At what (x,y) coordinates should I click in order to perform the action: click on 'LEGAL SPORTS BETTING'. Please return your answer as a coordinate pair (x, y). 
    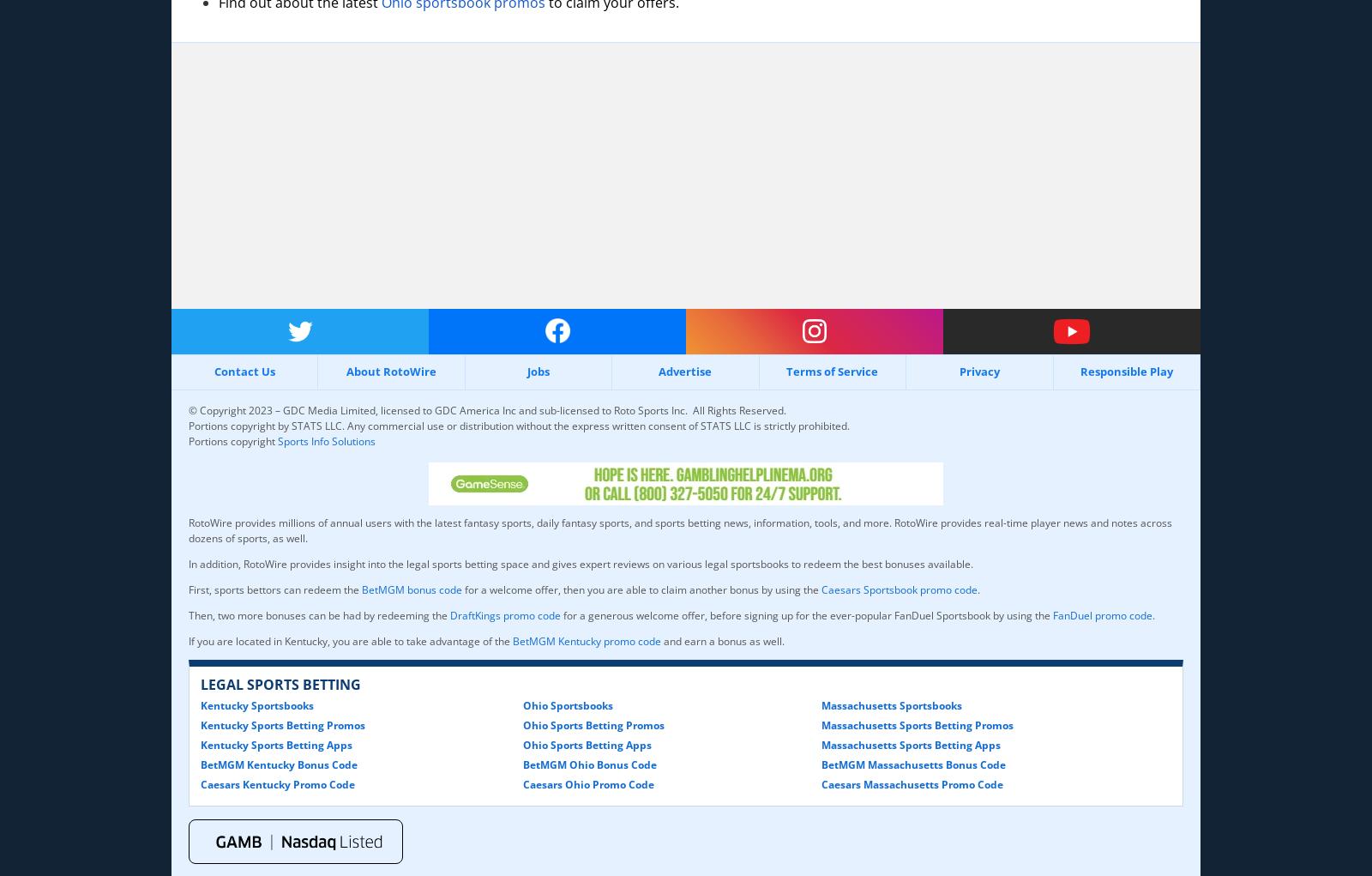
    Looking at the image, I should click on (280, 682).